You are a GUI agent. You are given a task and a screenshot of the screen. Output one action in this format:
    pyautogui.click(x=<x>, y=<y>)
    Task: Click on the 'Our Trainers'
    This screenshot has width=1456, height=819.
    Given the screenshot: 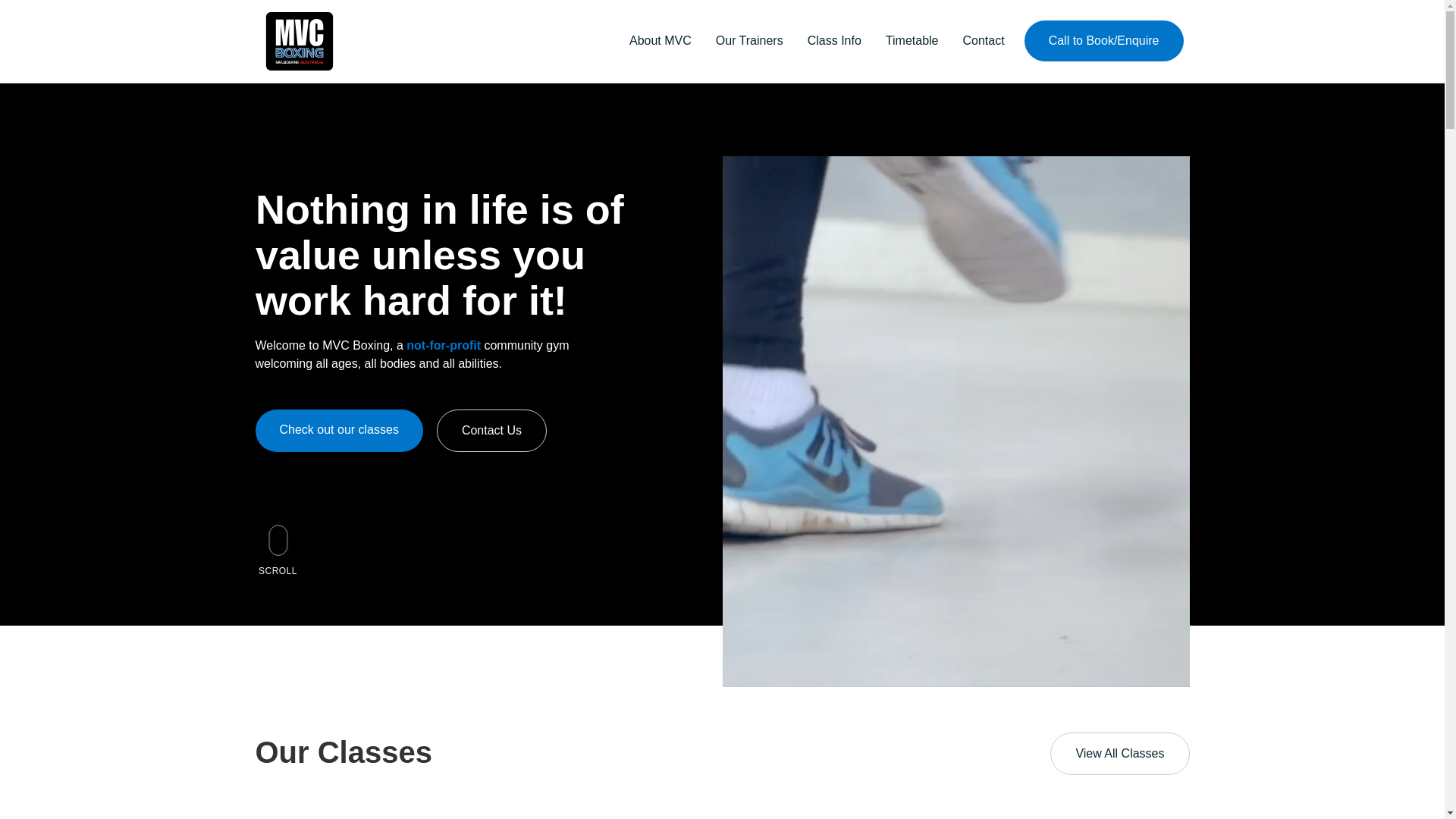 What is the action you would take?
    pyautogui.click(x=749, y=40)
    